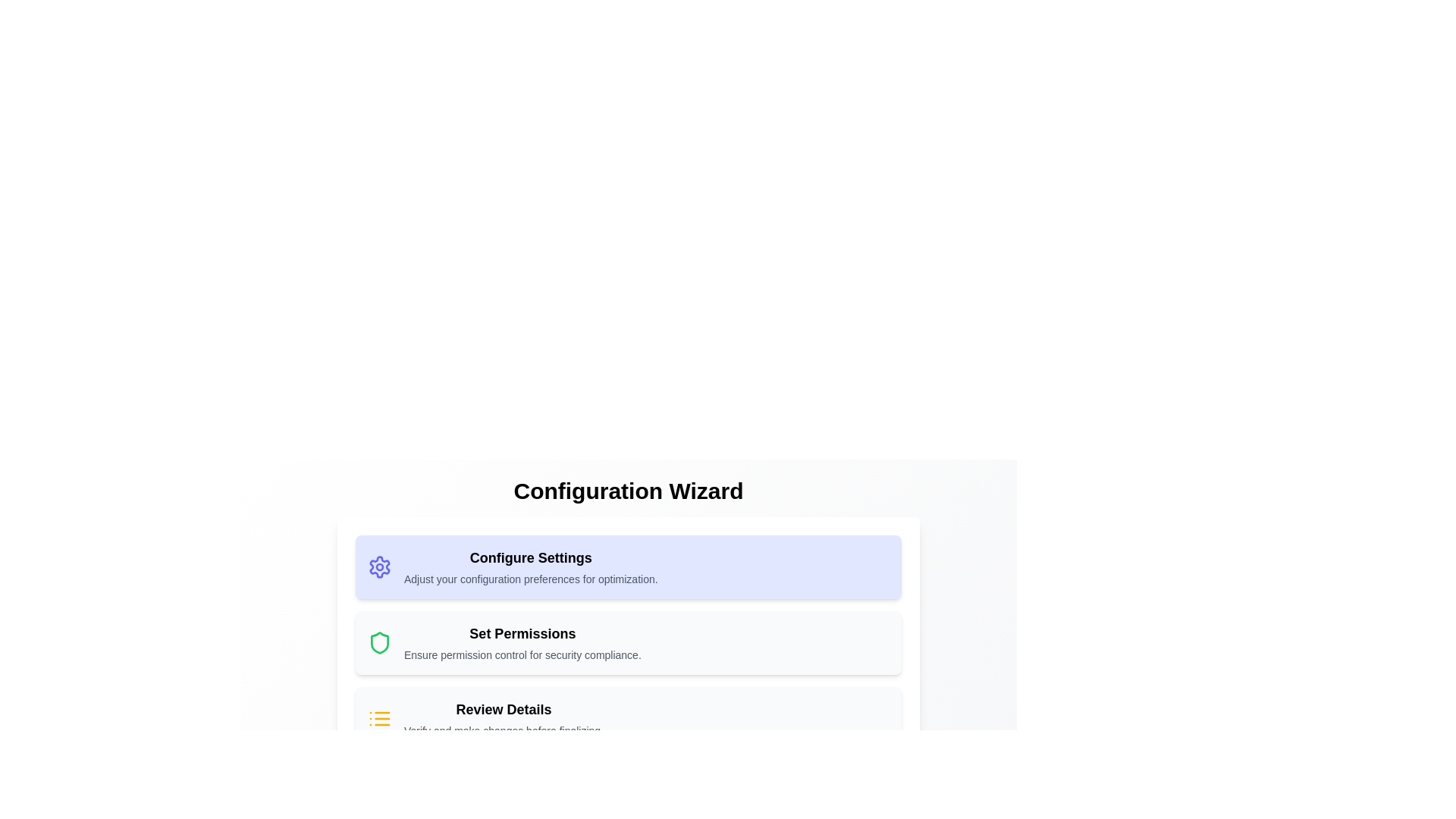 This screenshot has height=819, width=1456. What do you see at coordinates (531, 558) in the screenshot?
I see `header text of the configuration section label located in the first card below the title 'Configuration Wizard'` at bounding box center [531, 558].